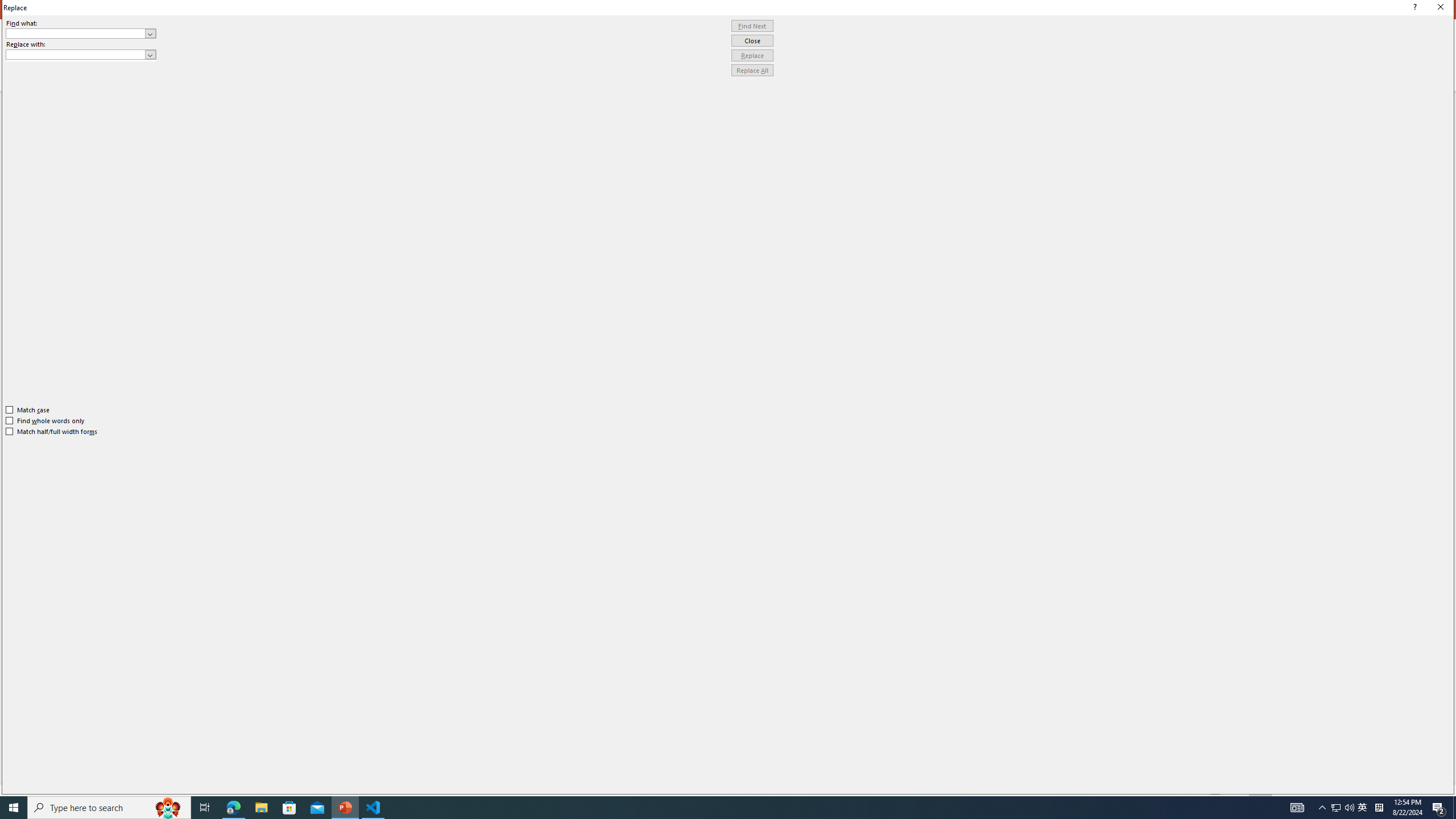  Describe the element at coordinates (81, 54) in the screenshot. I see `'Replace with'` at that location.